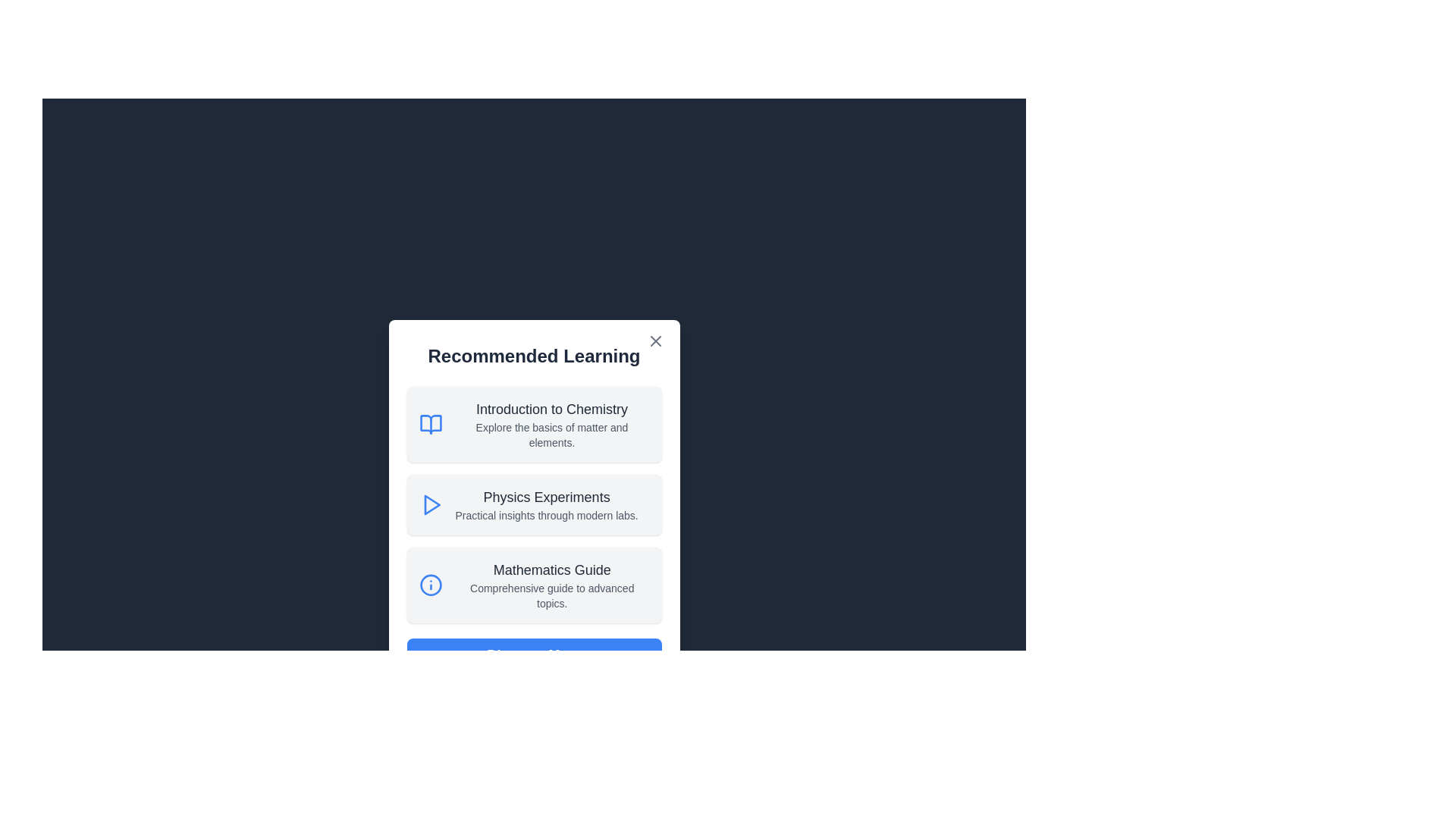 The image size is (1456, 819). Describe the element at coordinates (551, 584) in the screenshot. I see `text from the 'Mathematics Guide' block, which is styled in dark gray and bold, containing a description in lighter gray below it, located in the 'Recommended Learning' modal` at that location.